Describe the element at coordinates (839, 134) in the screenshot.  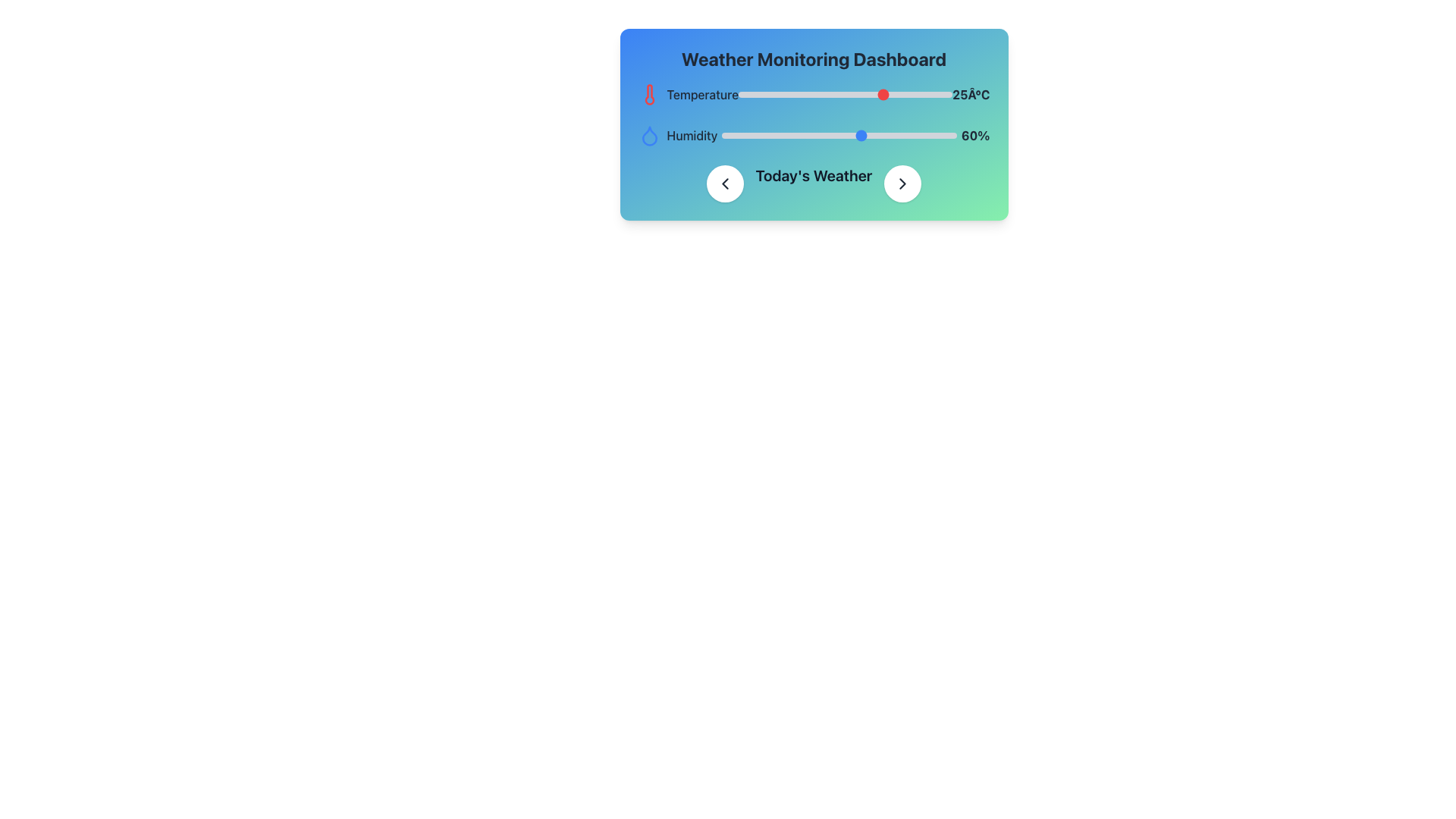
I see `the blue handle of the humidity range slider input located between the 'Humidity' label and the '60%' percentage indicator` at that location.